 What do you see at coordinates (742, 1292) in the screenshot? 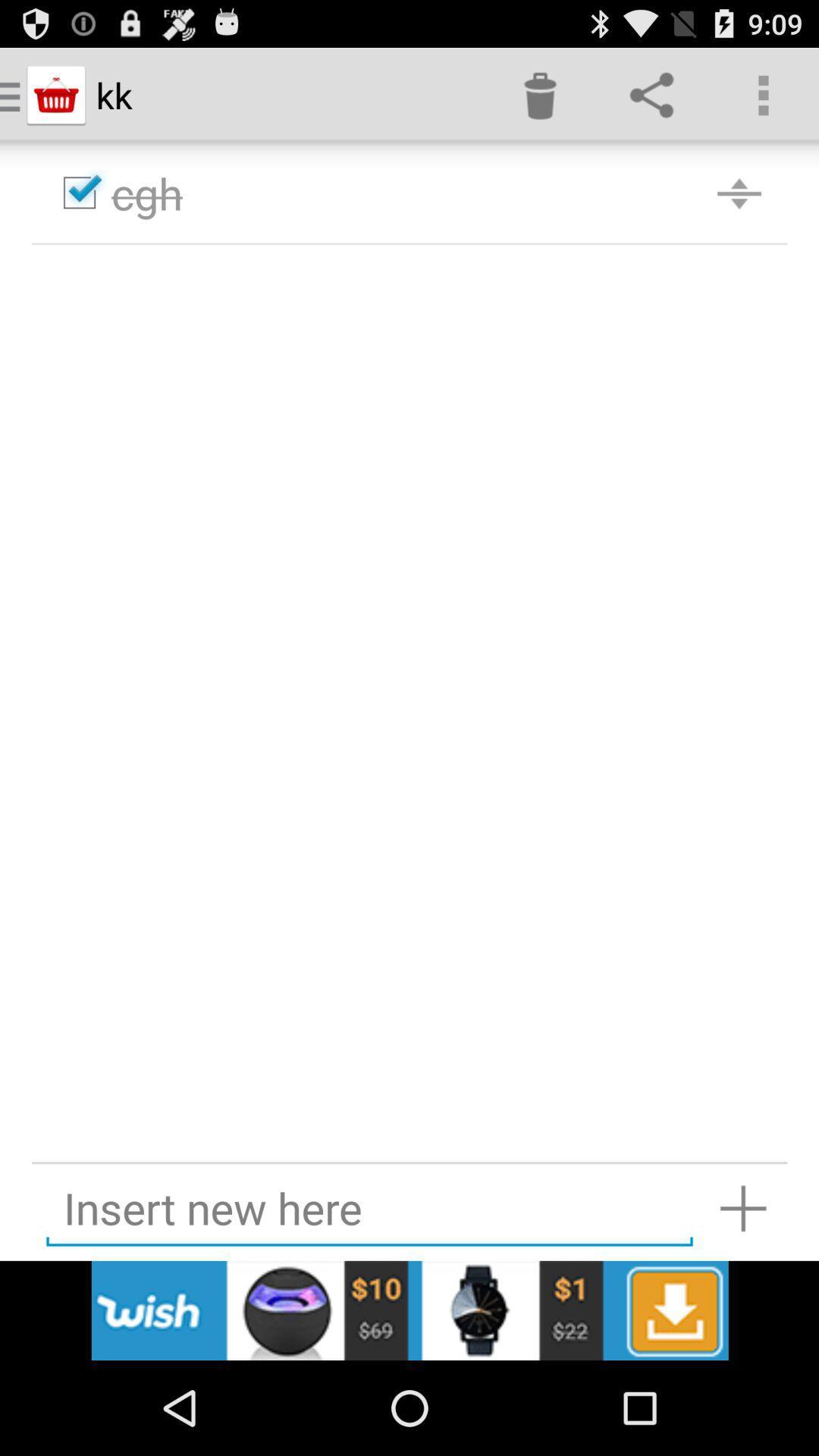
I see `the add icon` at bounding box center [742, 1292].